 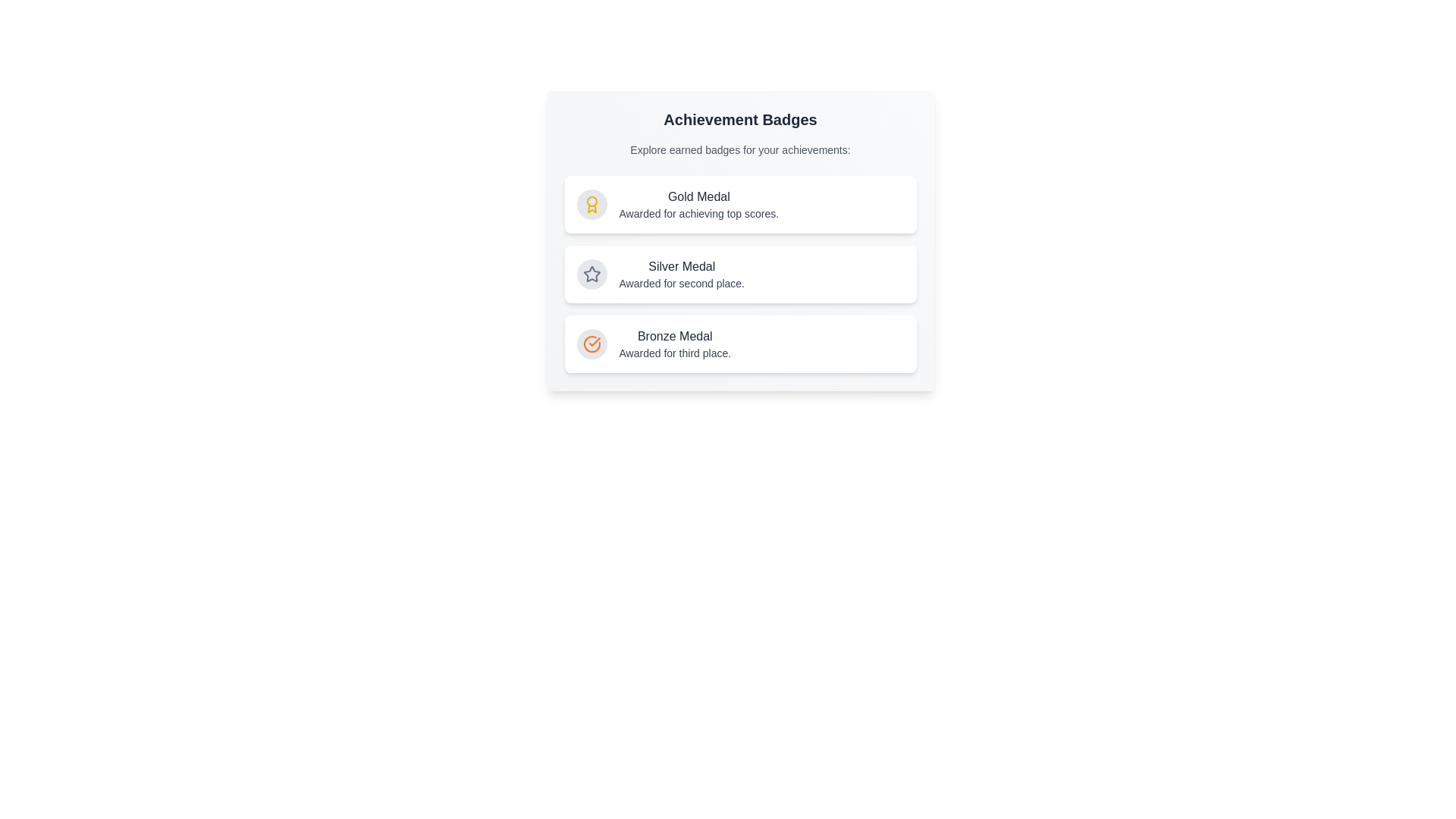 What do you see at coordinates (591, 344) in the screenshot?
I see `the circular orange icon with a check mark, representing the bronze medal, located in the third position of a vertically stacked list of achievement badges` at bounding box center [591, 344].